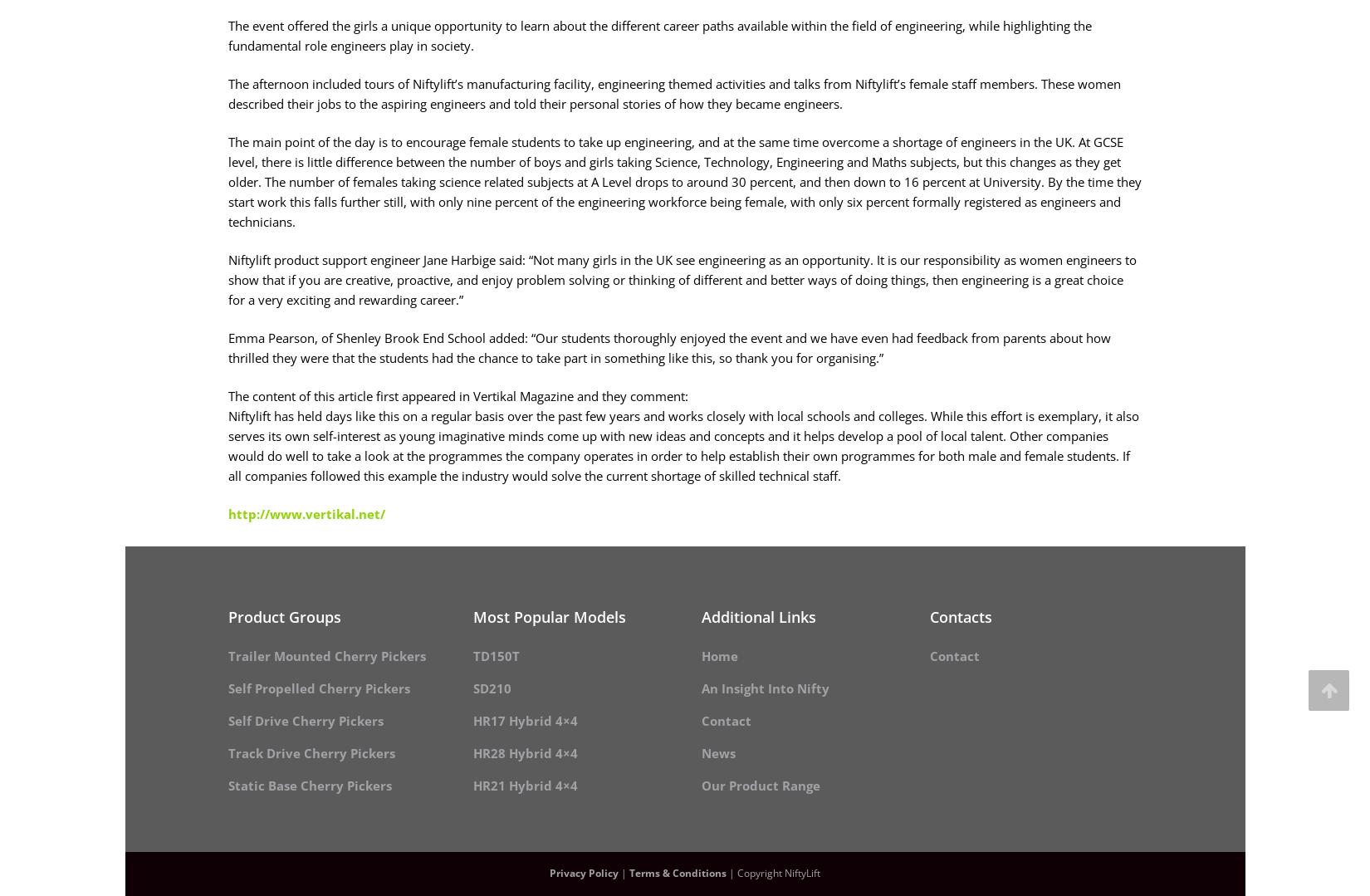  What do you see at coordinates (718, 752) in the screenshot?
I see `'News'` at bounding box center [718, 752].